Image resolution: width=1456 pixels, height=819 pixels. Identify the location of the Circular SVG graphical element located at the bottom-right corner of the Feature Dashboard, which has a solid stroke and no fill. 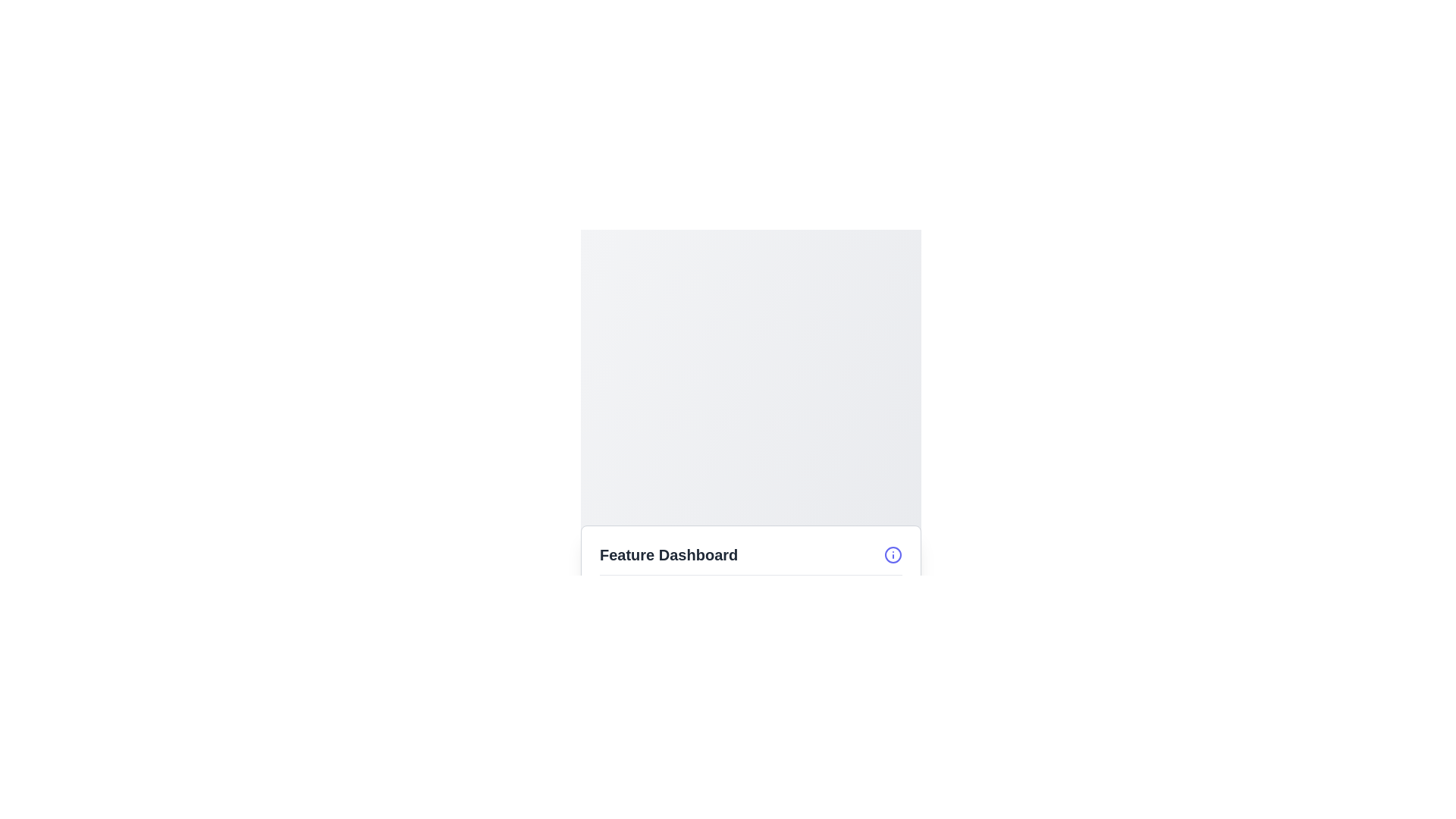
(893, 554).